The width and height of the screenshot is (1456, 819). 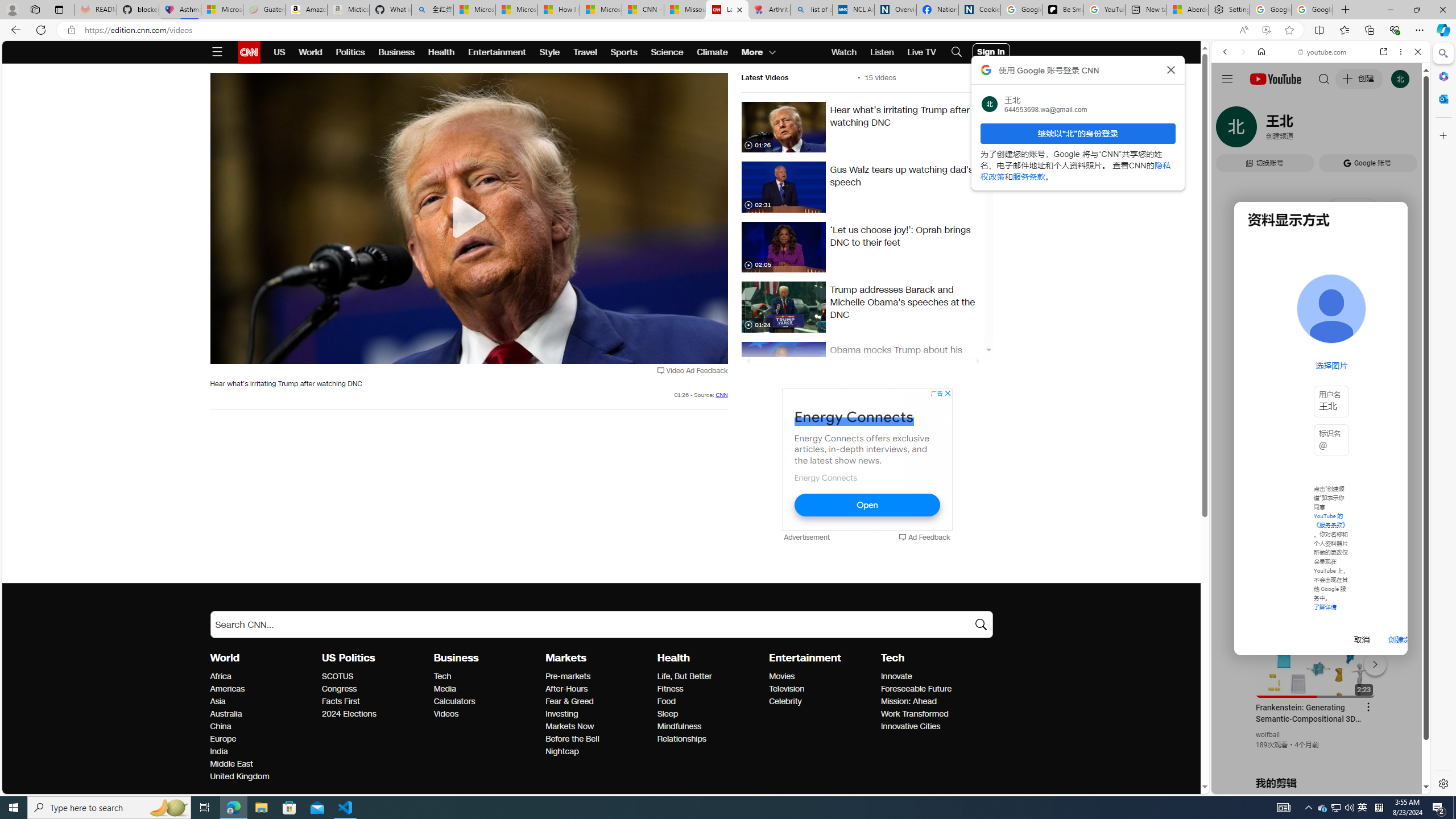 What do you see at coordinates (1316, 560) in the screenshot?
I see `'YouTube - YouTube'` at bounding box center [1316, 560].